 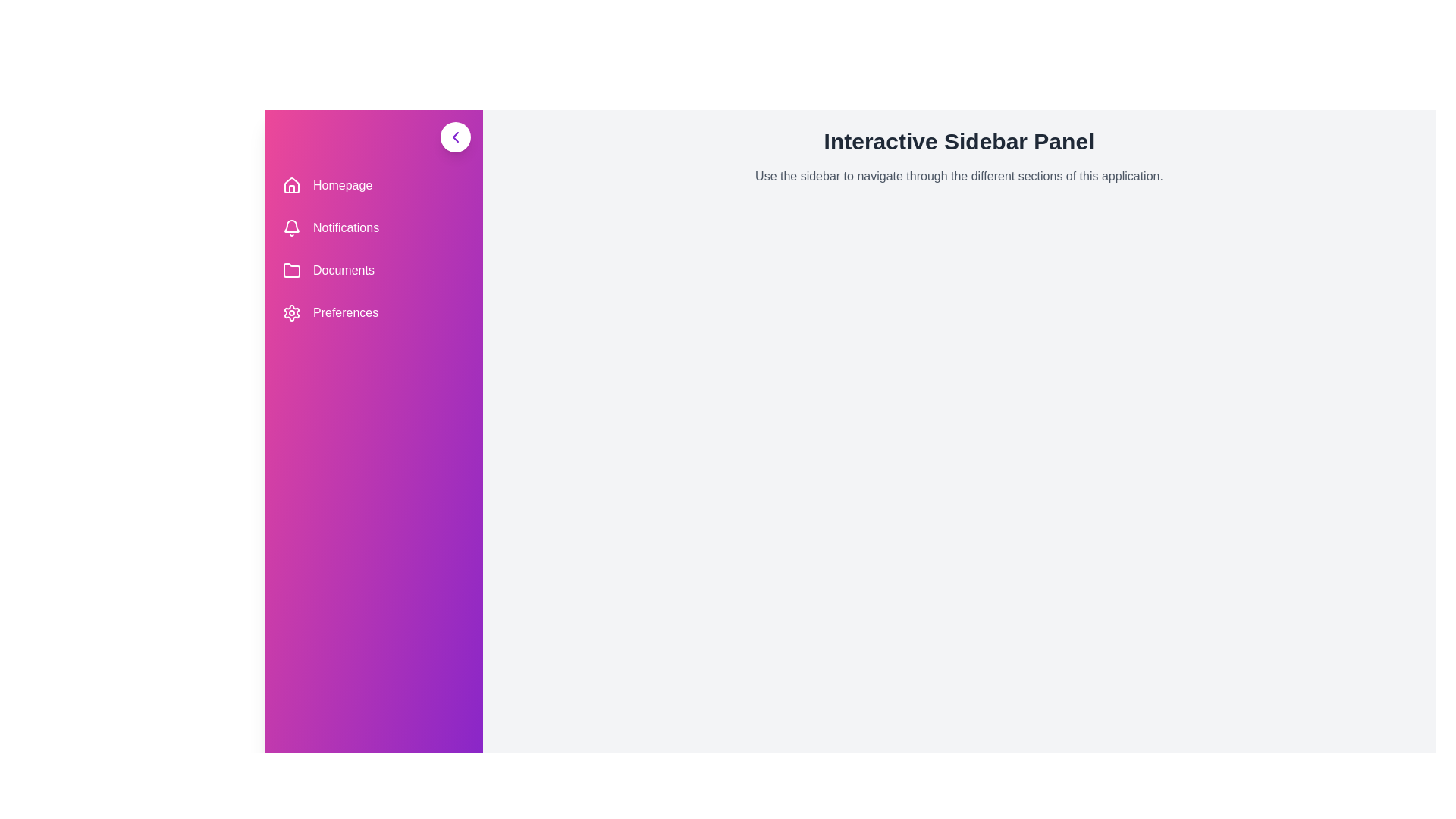 What do you see at coordinates (501, 167) in the screenshot?
I see `the text in the main content area` at bounding box center [501, 167].